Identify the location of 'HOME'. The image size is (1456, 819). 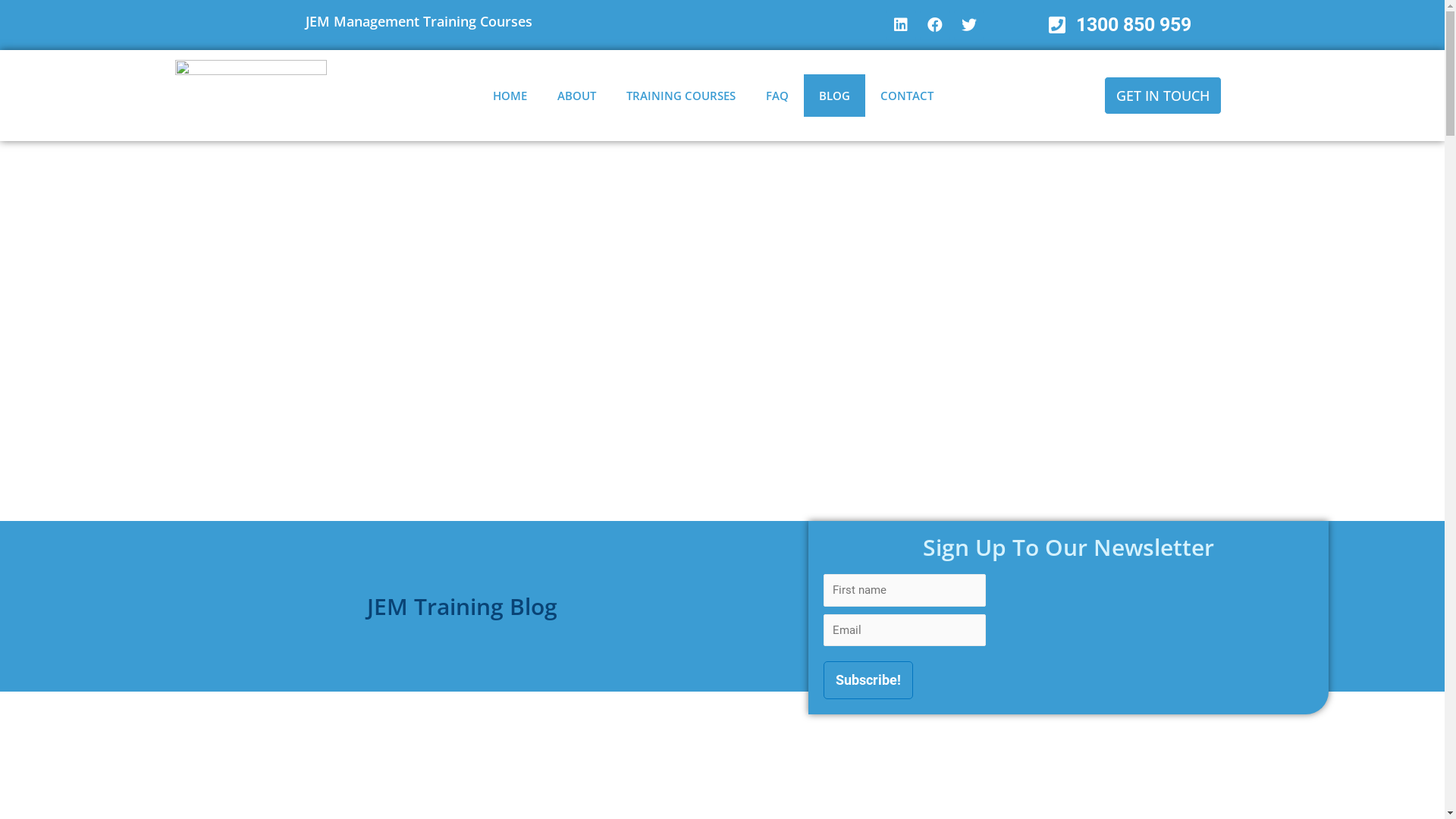
(510, 96).